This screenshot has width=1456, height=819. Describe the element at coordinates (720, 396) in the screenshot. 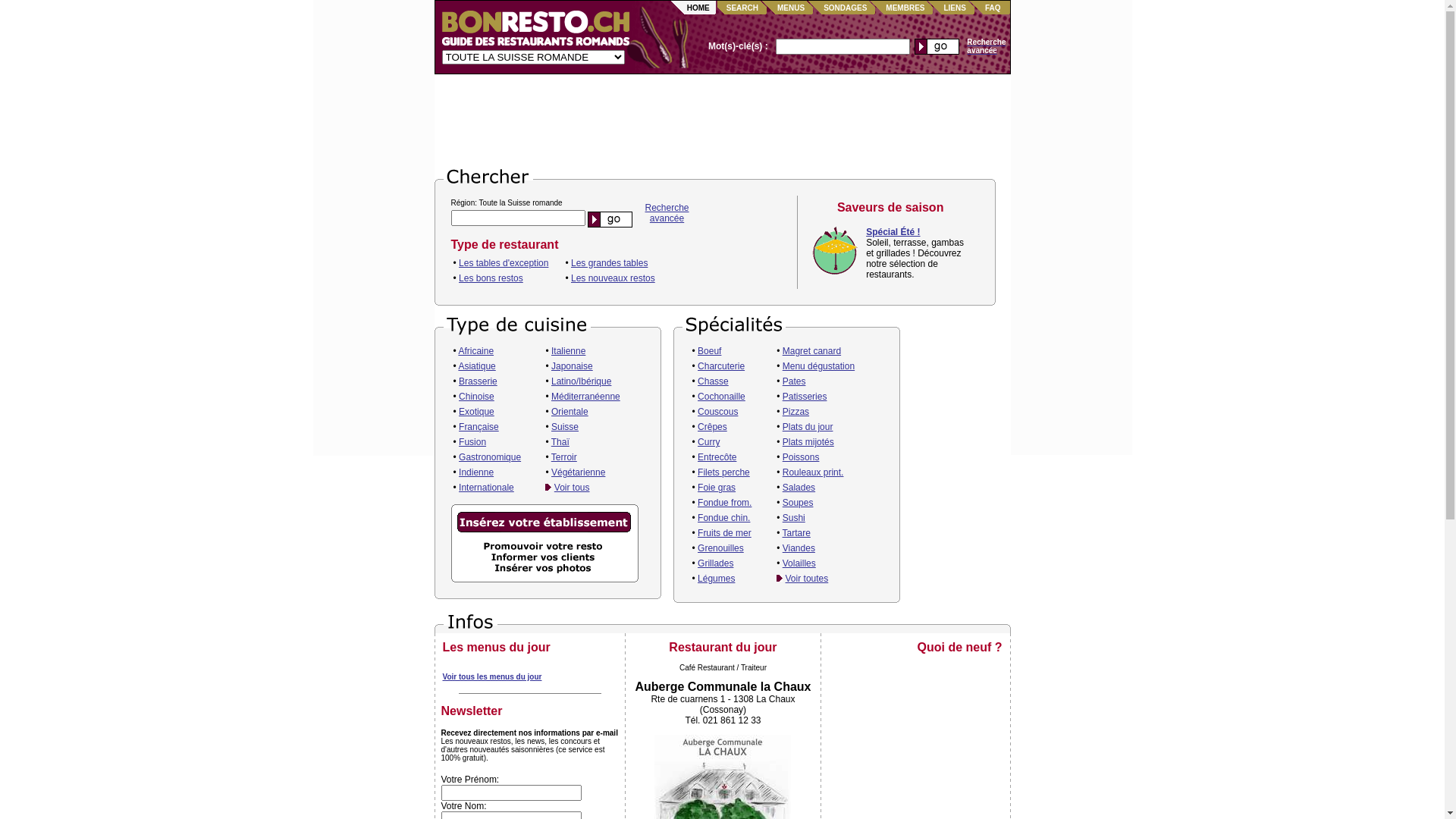

I see `'Cochonaille'` at that location.